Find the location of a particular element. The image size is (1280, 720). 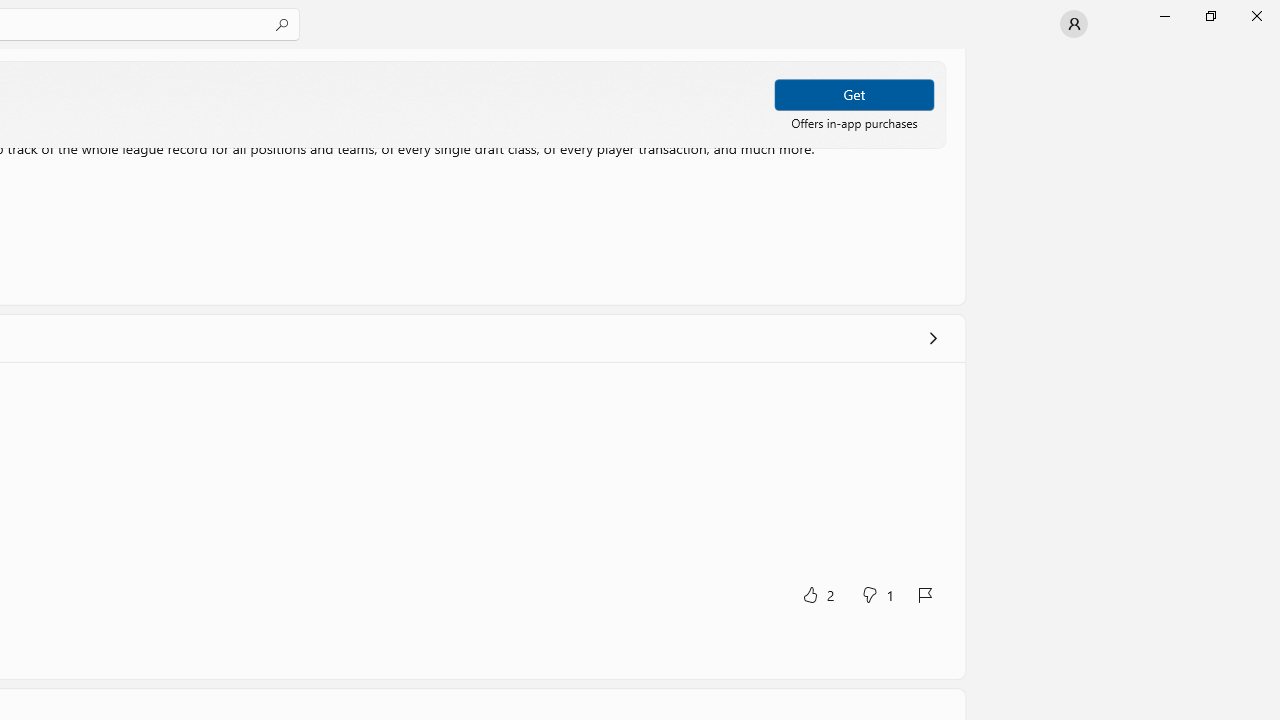

'Report review' is located at coordinates (923, 594).